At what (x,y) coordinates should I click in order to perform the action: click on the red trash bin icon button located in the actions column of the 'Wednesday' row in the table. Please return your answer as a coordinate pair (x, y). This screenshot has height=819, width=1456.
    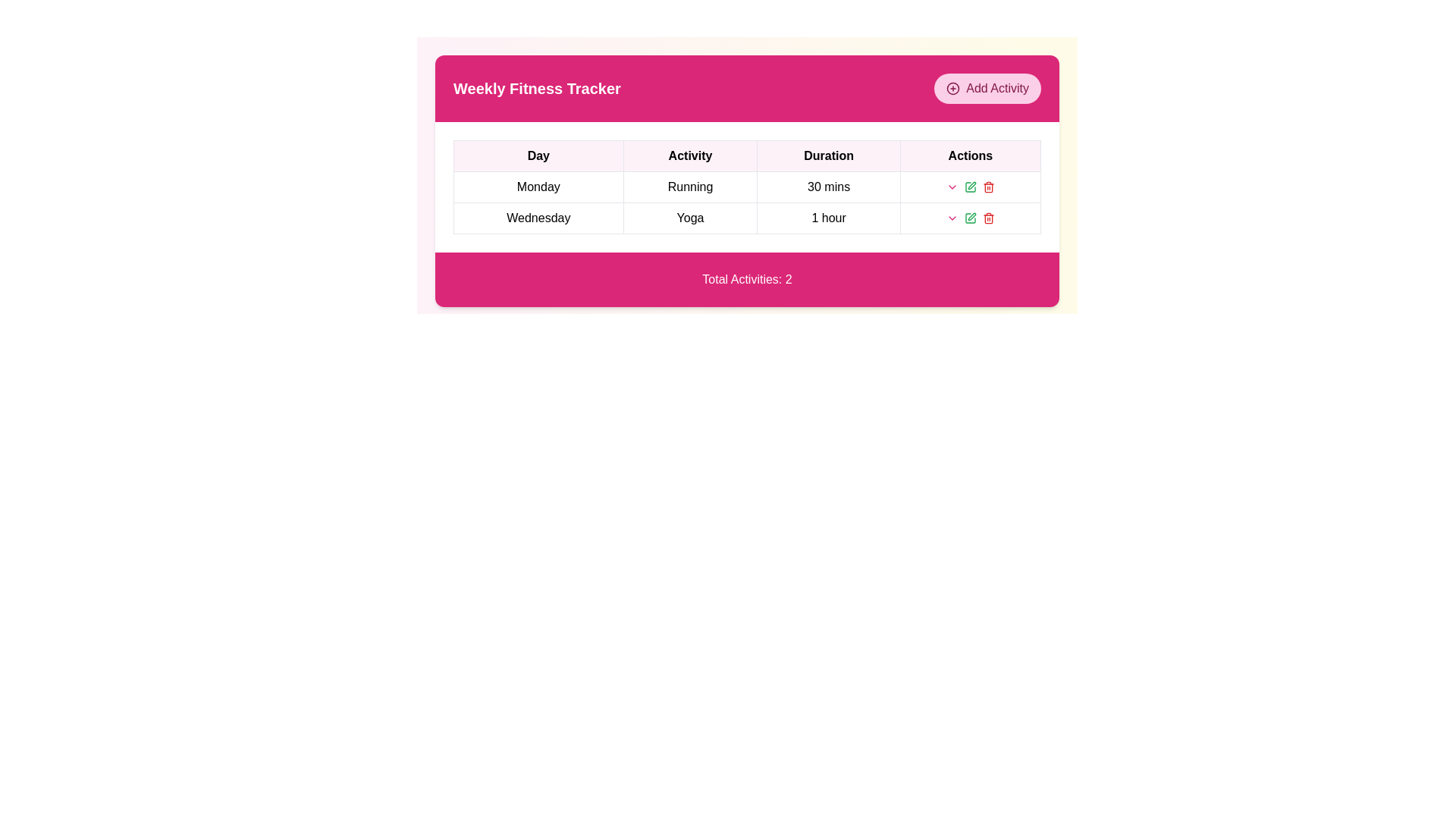
    Looking at the image, I should click on (988, 186).